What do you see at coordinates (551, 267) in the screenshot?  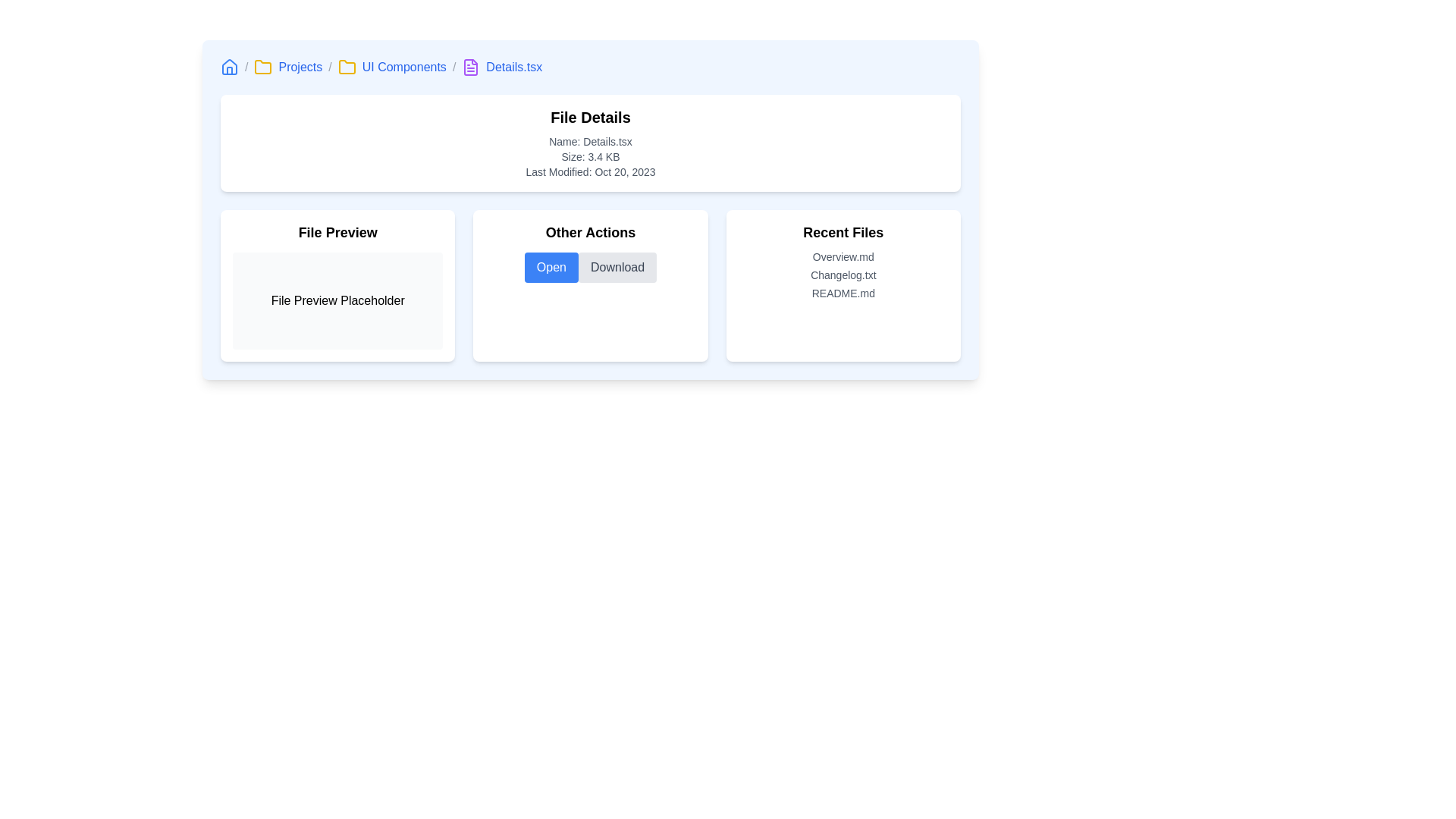 I see `the 'Open' button located under the 'Other Actions' section` at bounding box center [551, 267].